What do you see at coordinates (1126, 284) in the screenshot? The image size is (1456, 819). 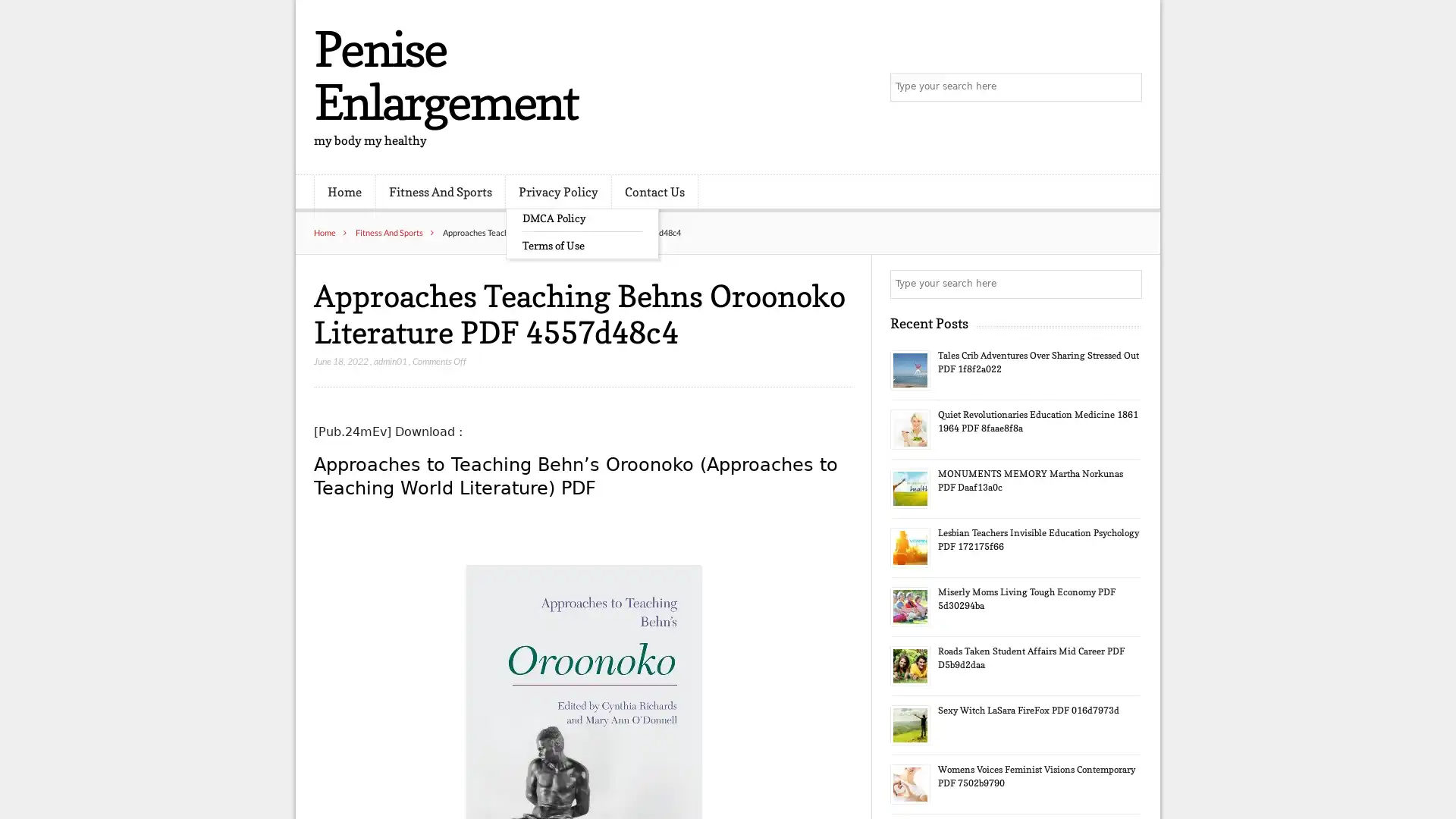 I see `Search` at bounding box center [1126, 284].